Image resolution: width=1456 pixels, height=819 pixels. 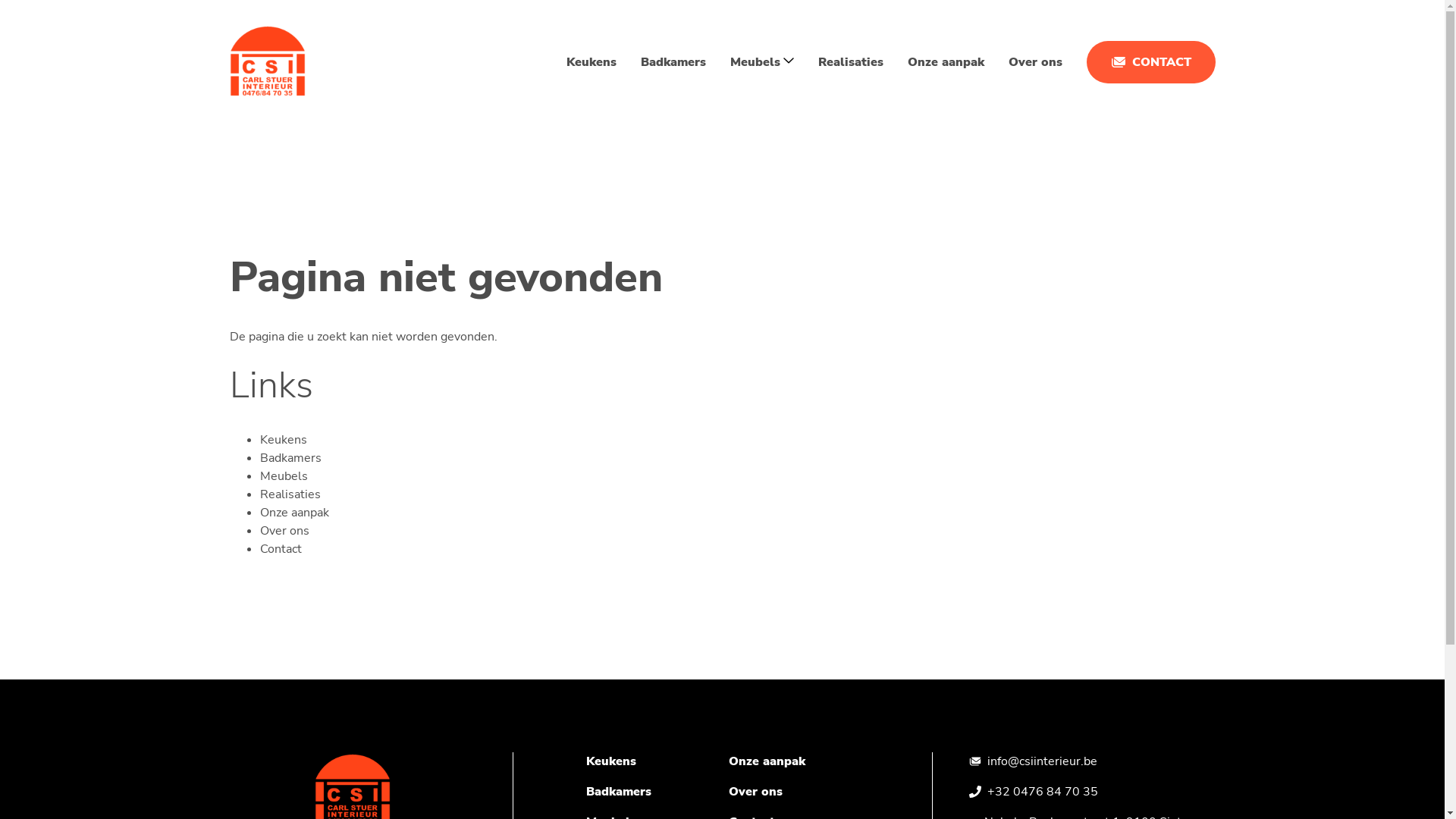 I want to click on 'Keukens', so click(x=589, y=61).